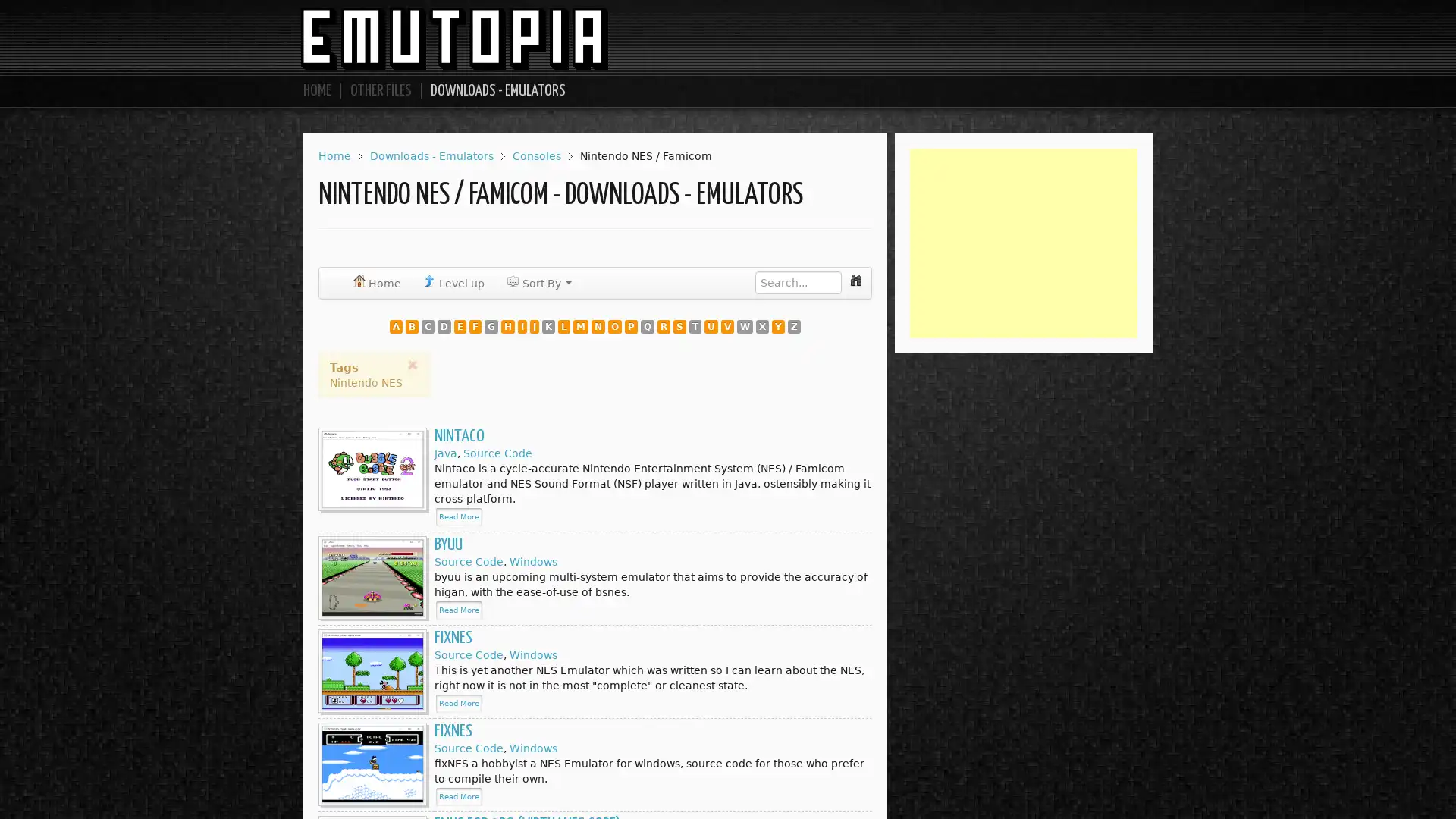 The width and height of the screenshot is (1456, 819). What do you see at coordinates (667, 326) in the screenshot?
I see `Apply Apply` at bounding box center [667, 326].